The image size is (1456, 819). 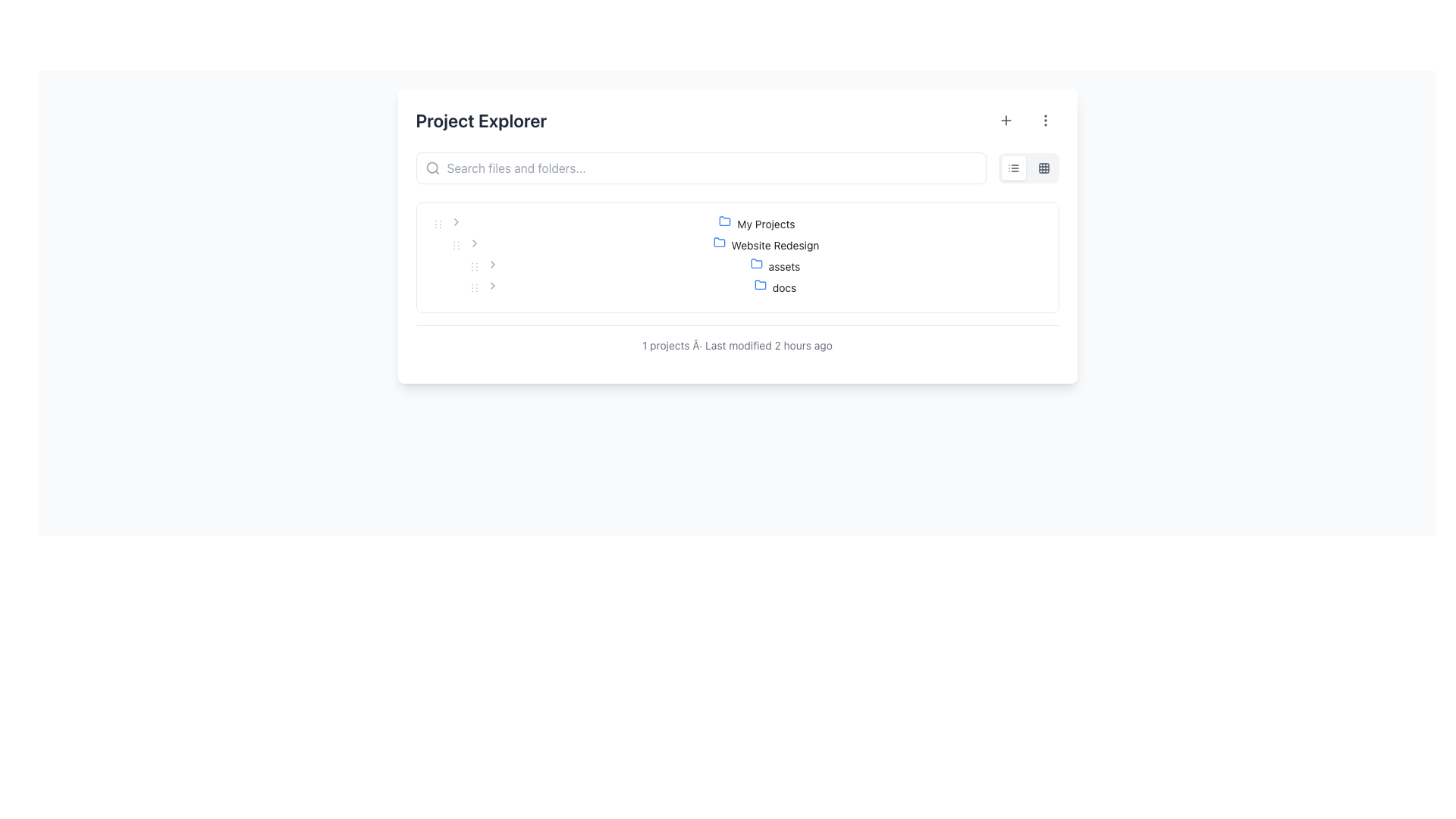 I want to click on the blue folder icon located to the left of the 'Website Redesign' text in the 'Project Explorer' section, so click(x=721, y=245).